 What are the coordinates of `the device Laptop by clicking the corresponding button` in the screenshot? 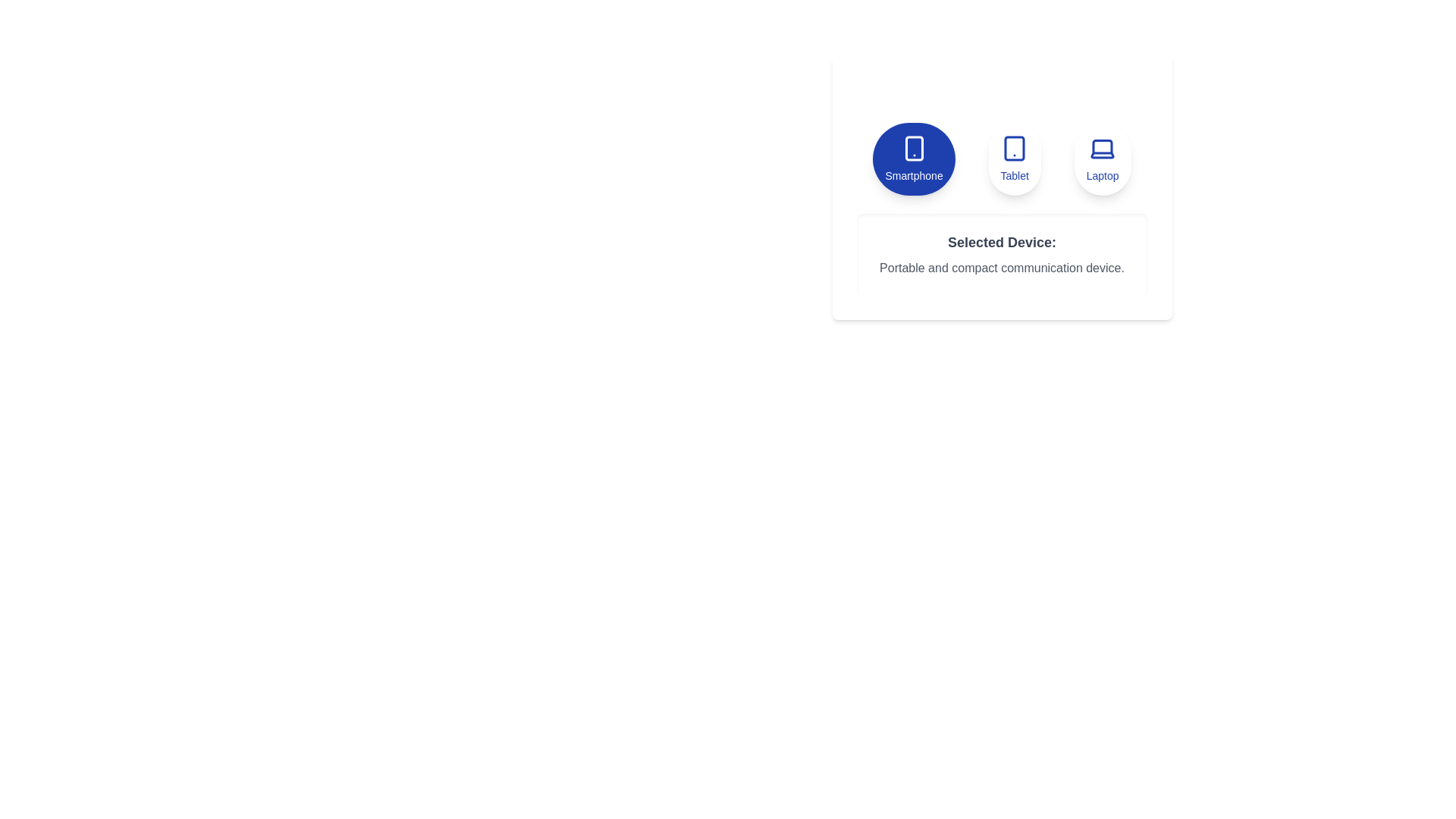 It's located at (1103, 158).